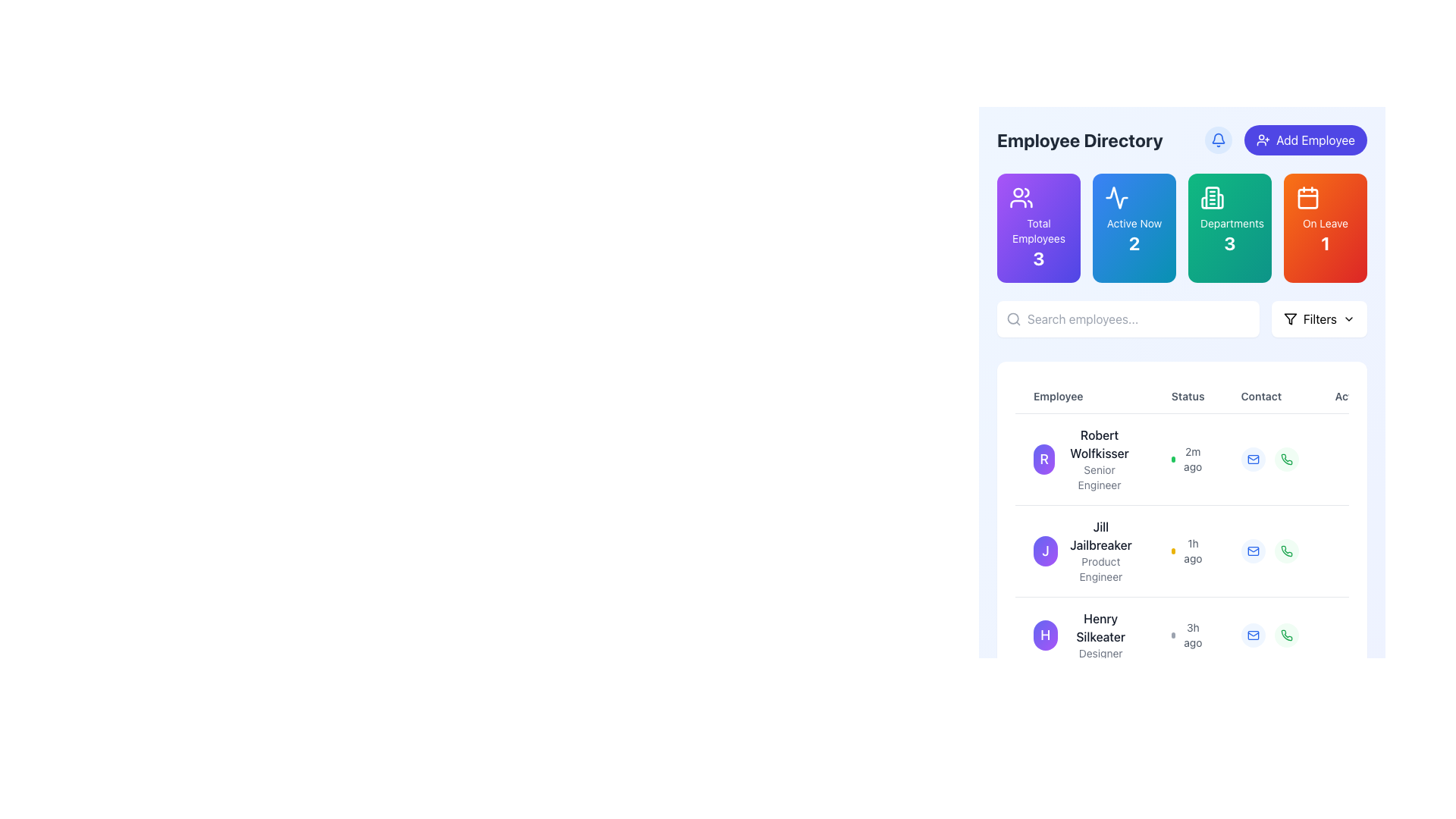 This screenshot has height=819, width=1456. Describe the element at coordinates (1021, 197) in the screenshot. I see `the icon representing two silhouette-like figures, styled in a minimalistic manner with round edges and curved lines, located within the 'Total Employees' card at the top of the layout` at that location.